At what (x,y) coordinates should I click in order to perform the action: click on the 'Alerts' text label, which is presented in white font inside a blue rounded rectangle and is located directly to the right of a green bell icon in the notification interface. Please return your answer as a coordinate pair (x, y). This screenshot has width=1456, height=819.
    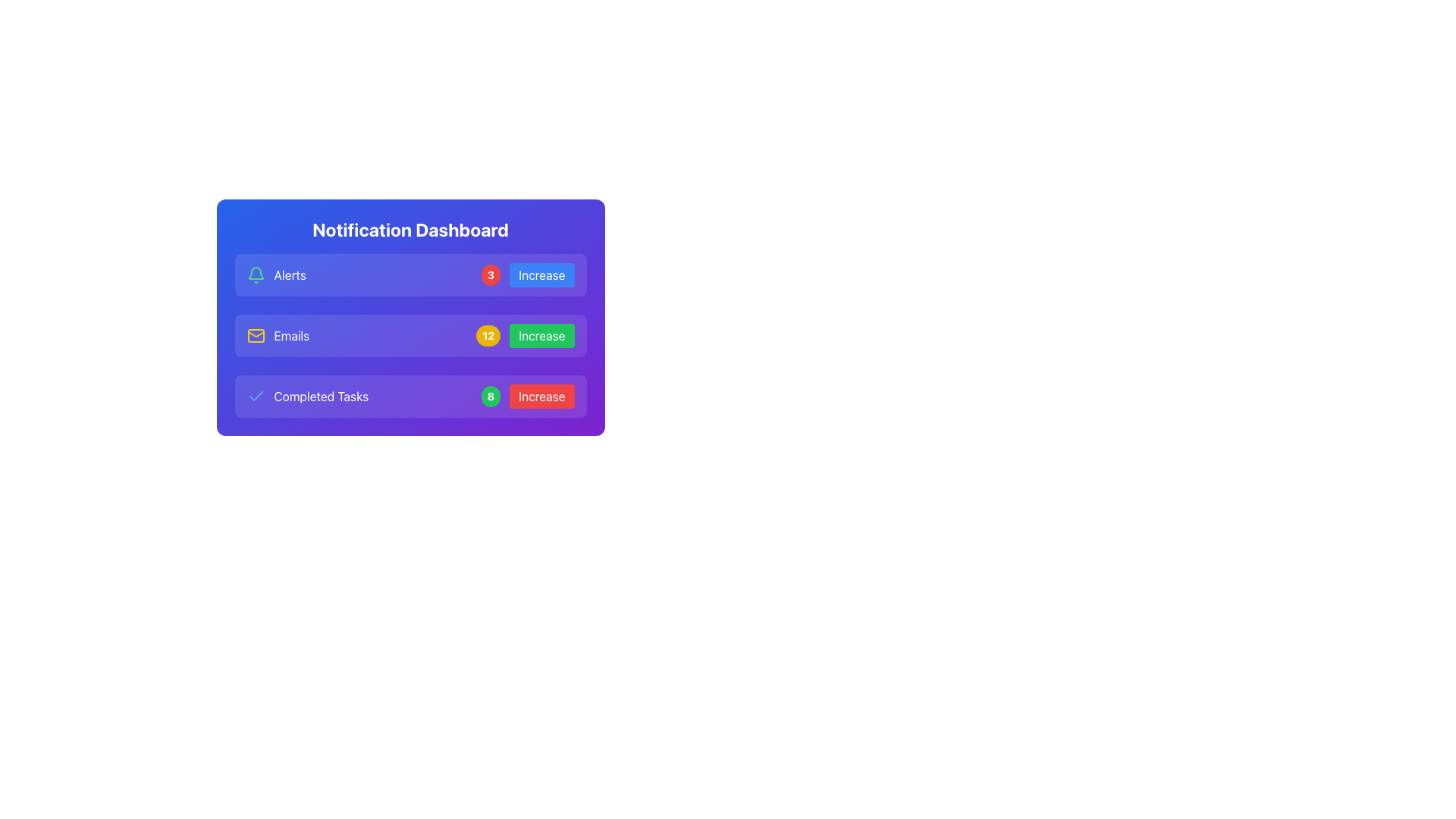
    Looking at the image, I should click on (276, 275).